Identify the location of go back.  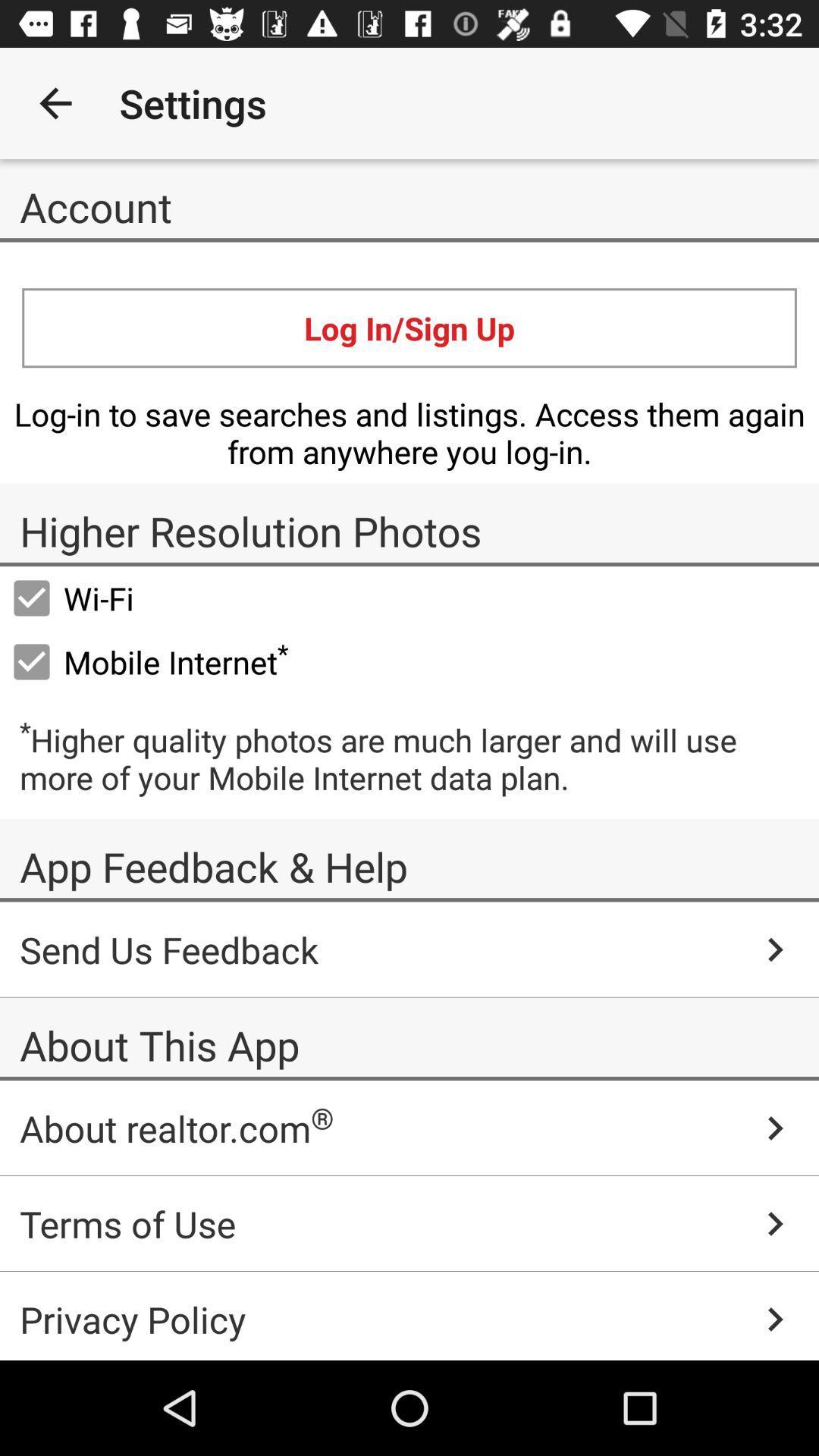
(55, 102).